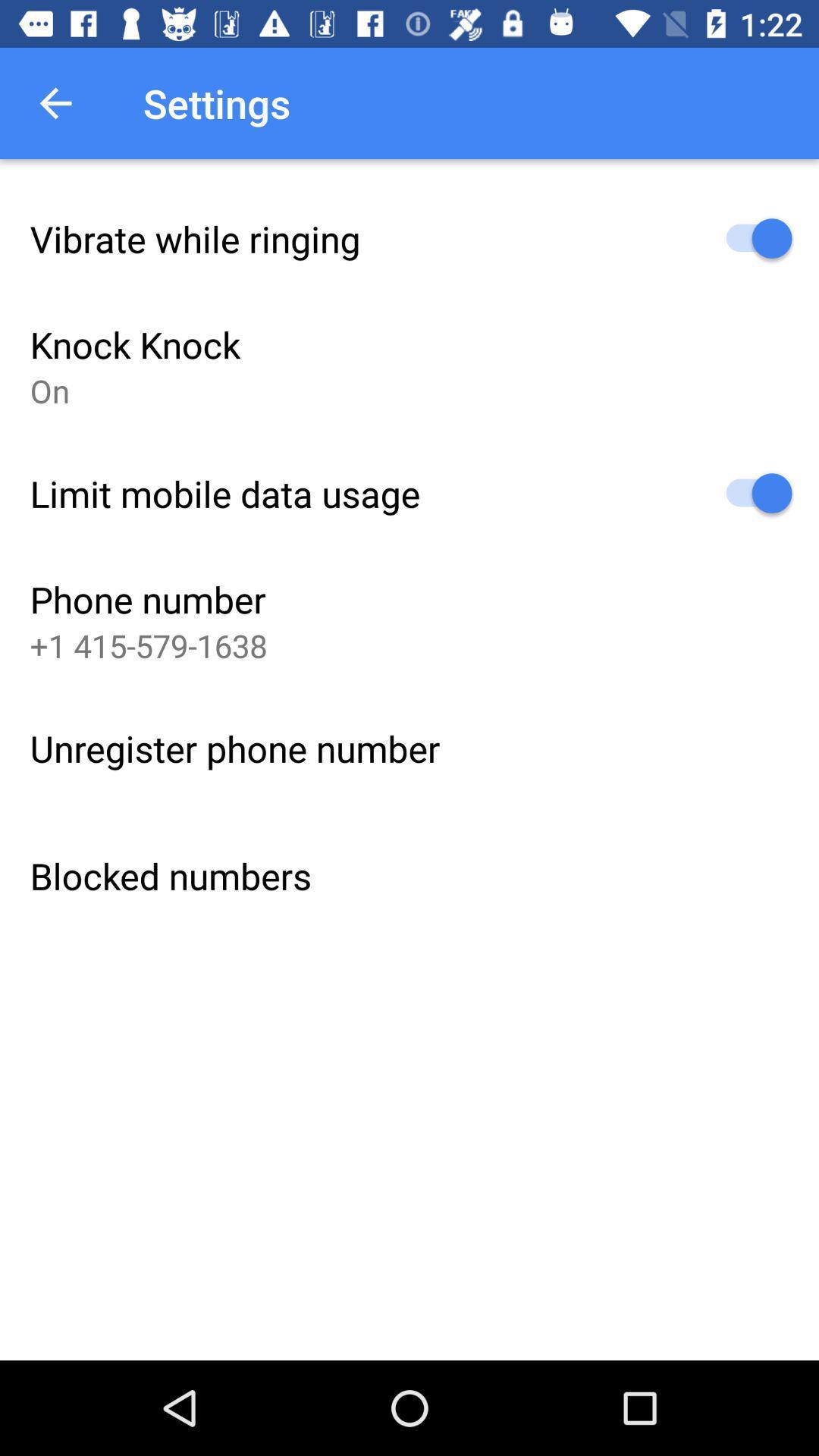  What do you see at coordinates (134, 344) in the screenshot?
I see `the icon below vibrate while ringing icon` at bounding box center [134, 344].